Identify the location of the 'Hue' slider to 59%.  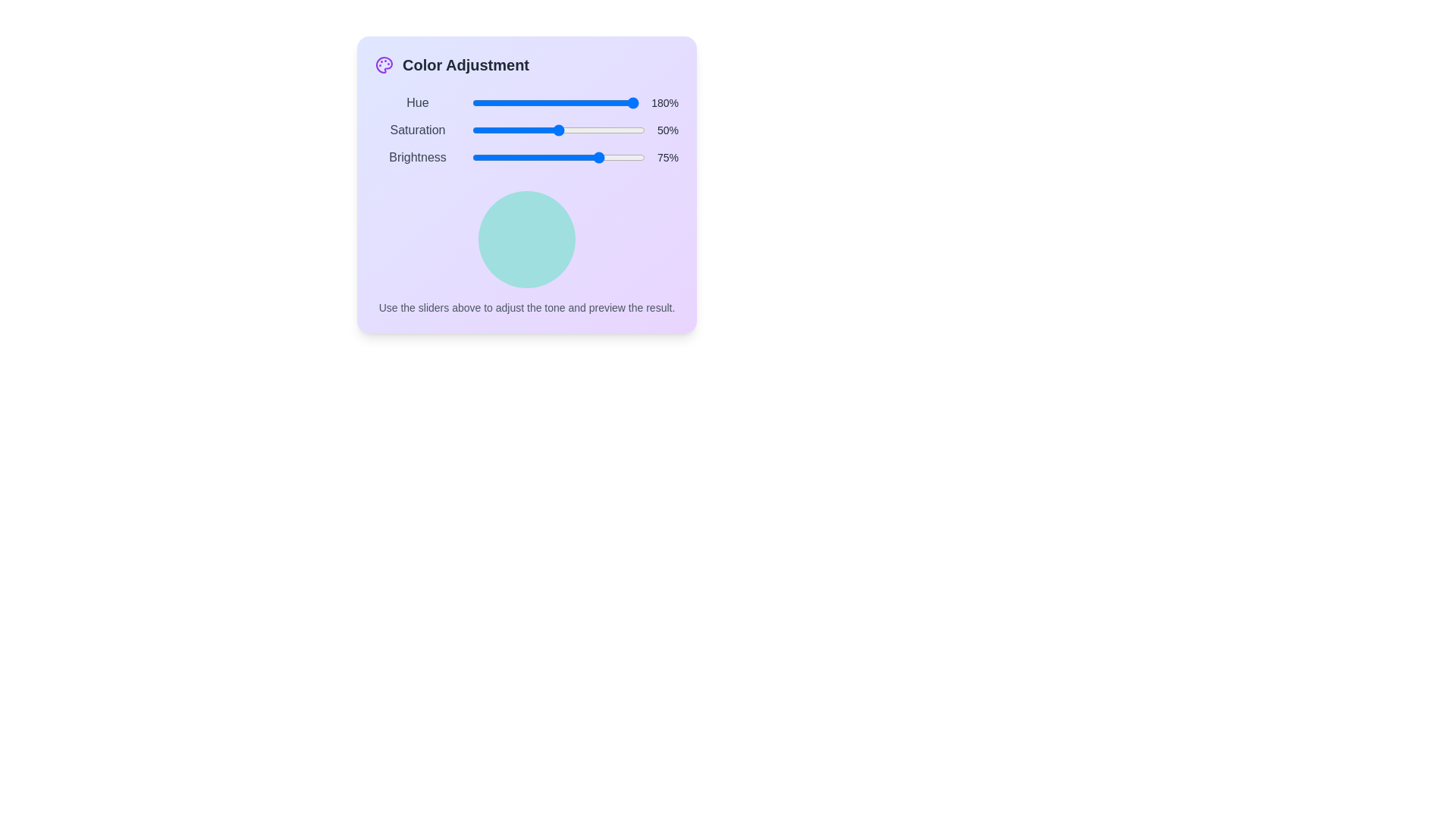
(570, 102).